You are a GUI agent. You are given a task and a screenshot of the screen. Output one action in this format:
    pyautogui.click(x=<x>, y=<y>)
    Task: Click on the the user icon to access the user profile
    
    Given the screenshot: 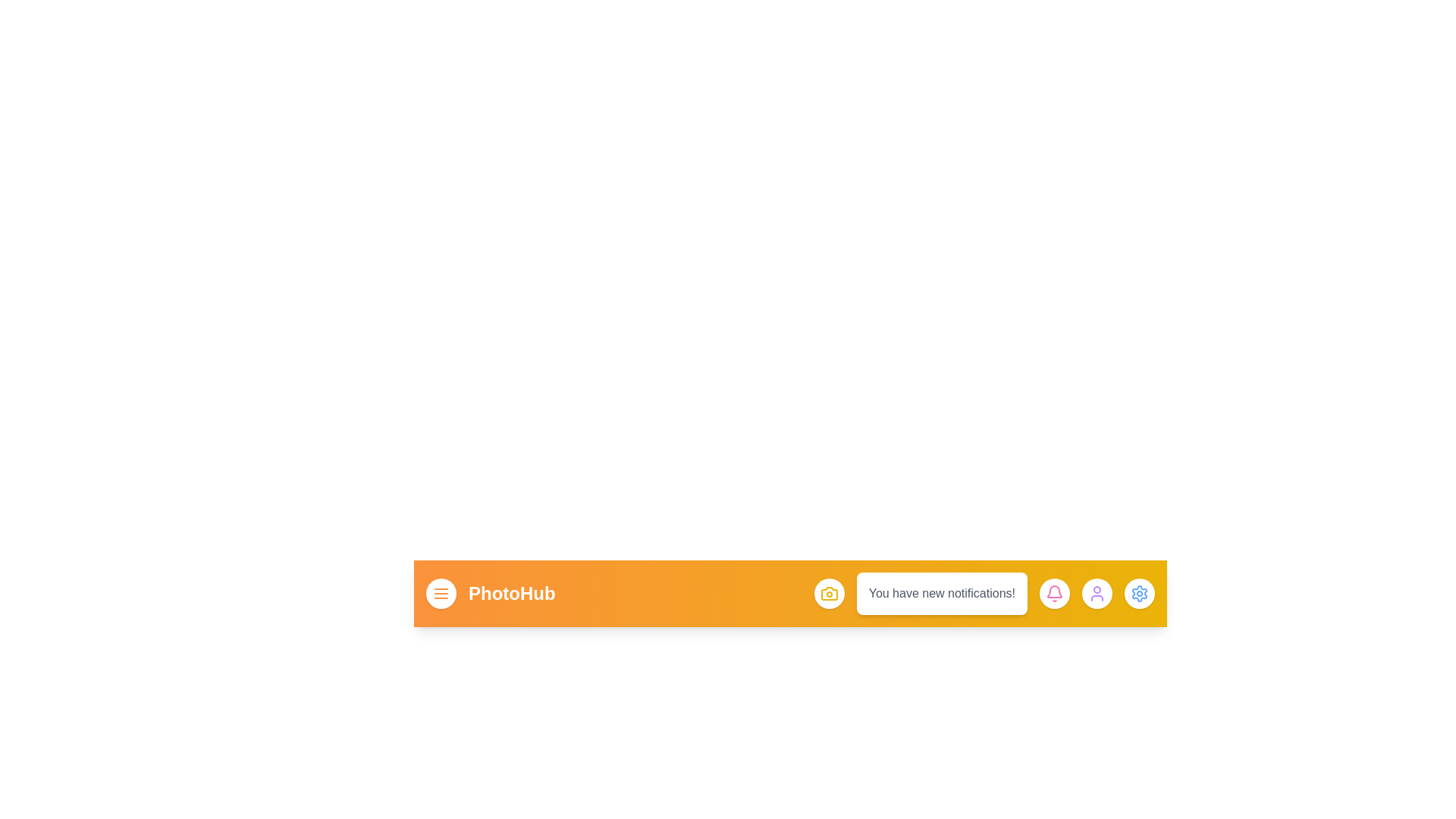 What is the action you would take?
    pyautogui.click(x=1097, y=593)
    